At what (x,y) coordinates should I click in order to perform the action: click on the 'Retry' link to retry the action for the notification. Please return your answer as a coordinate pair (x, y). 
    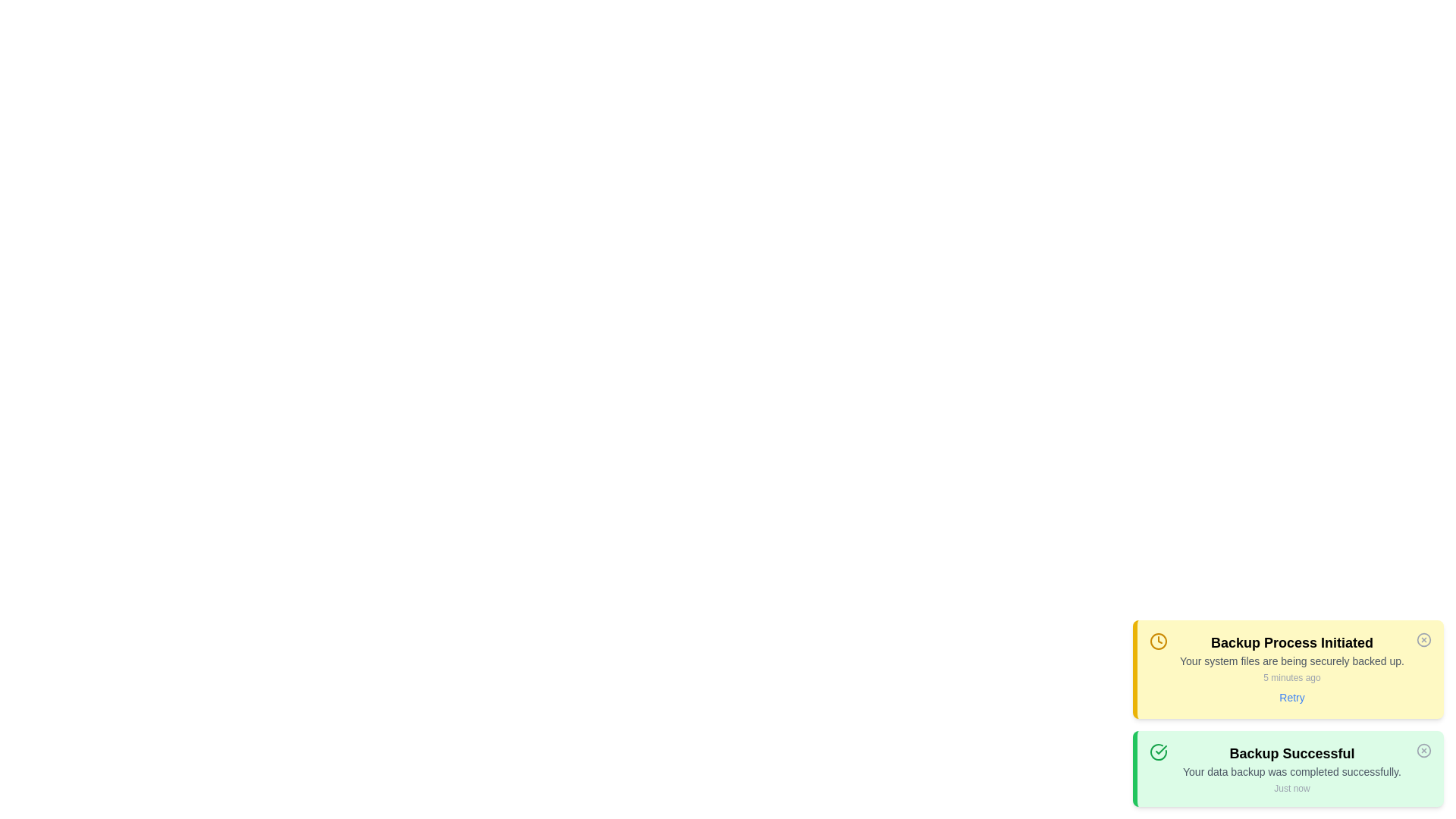
    Looking at the image, I should click on (1291, 698).